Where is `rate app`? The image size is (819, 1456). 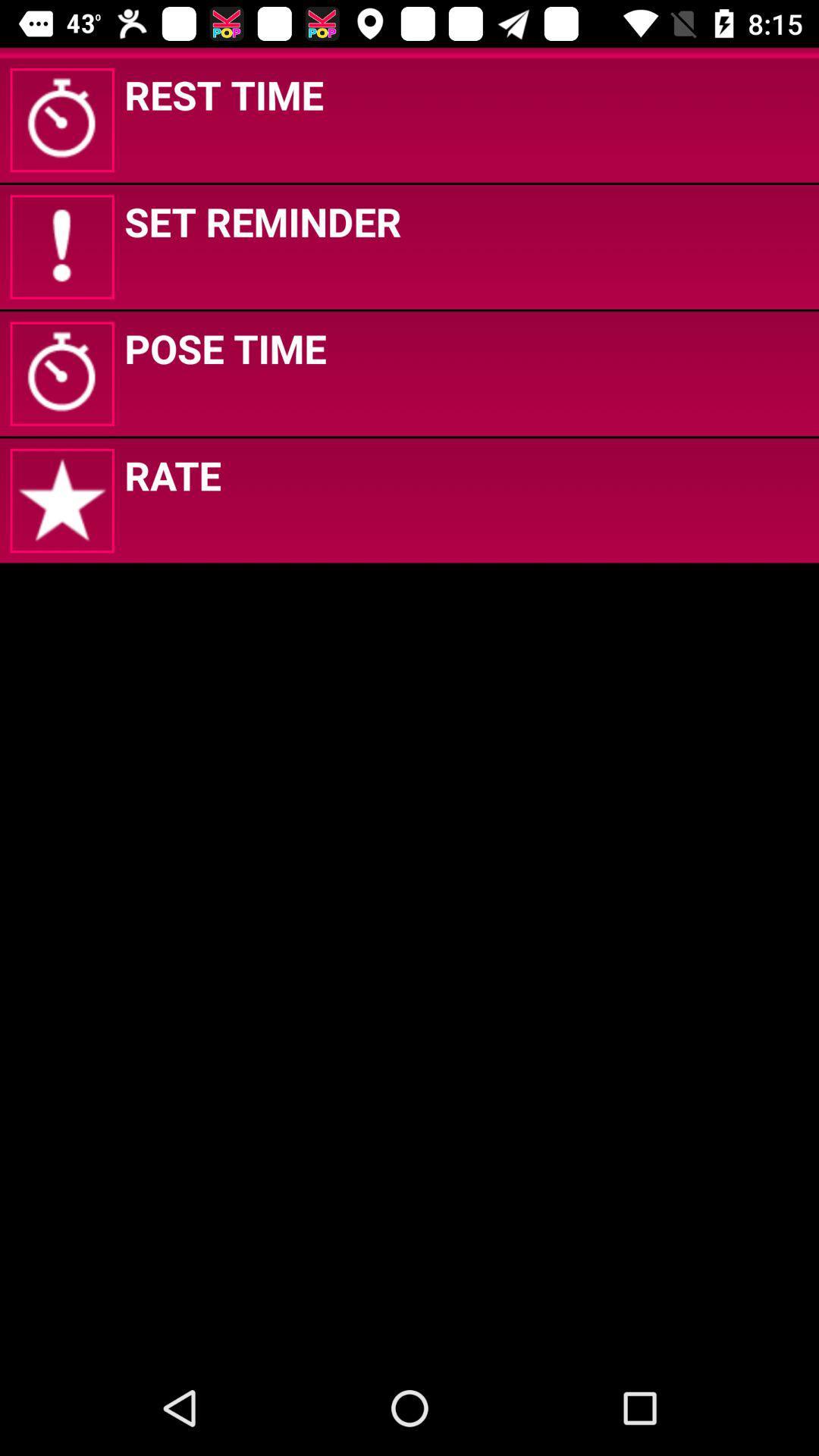 rate app is located at coordinates (171, 474).